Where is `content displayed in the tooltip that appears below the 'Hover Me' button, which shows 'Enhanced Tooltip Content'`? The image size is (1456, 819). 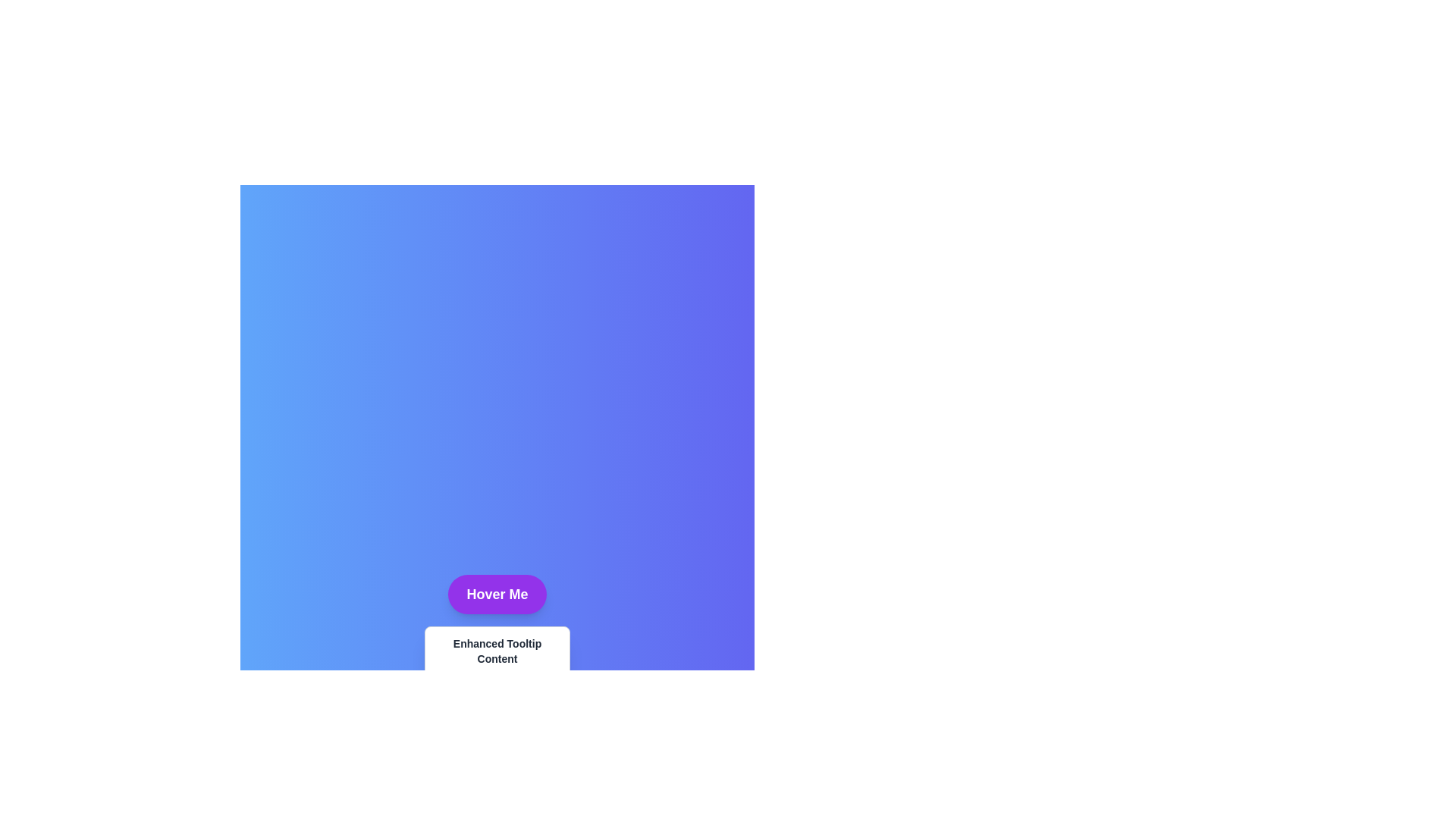
content displayed in the tooltip that appears below the 'Hover Me' button, which shows 'Enhanced Tooltip Content' is located at coordinates (497, 651).